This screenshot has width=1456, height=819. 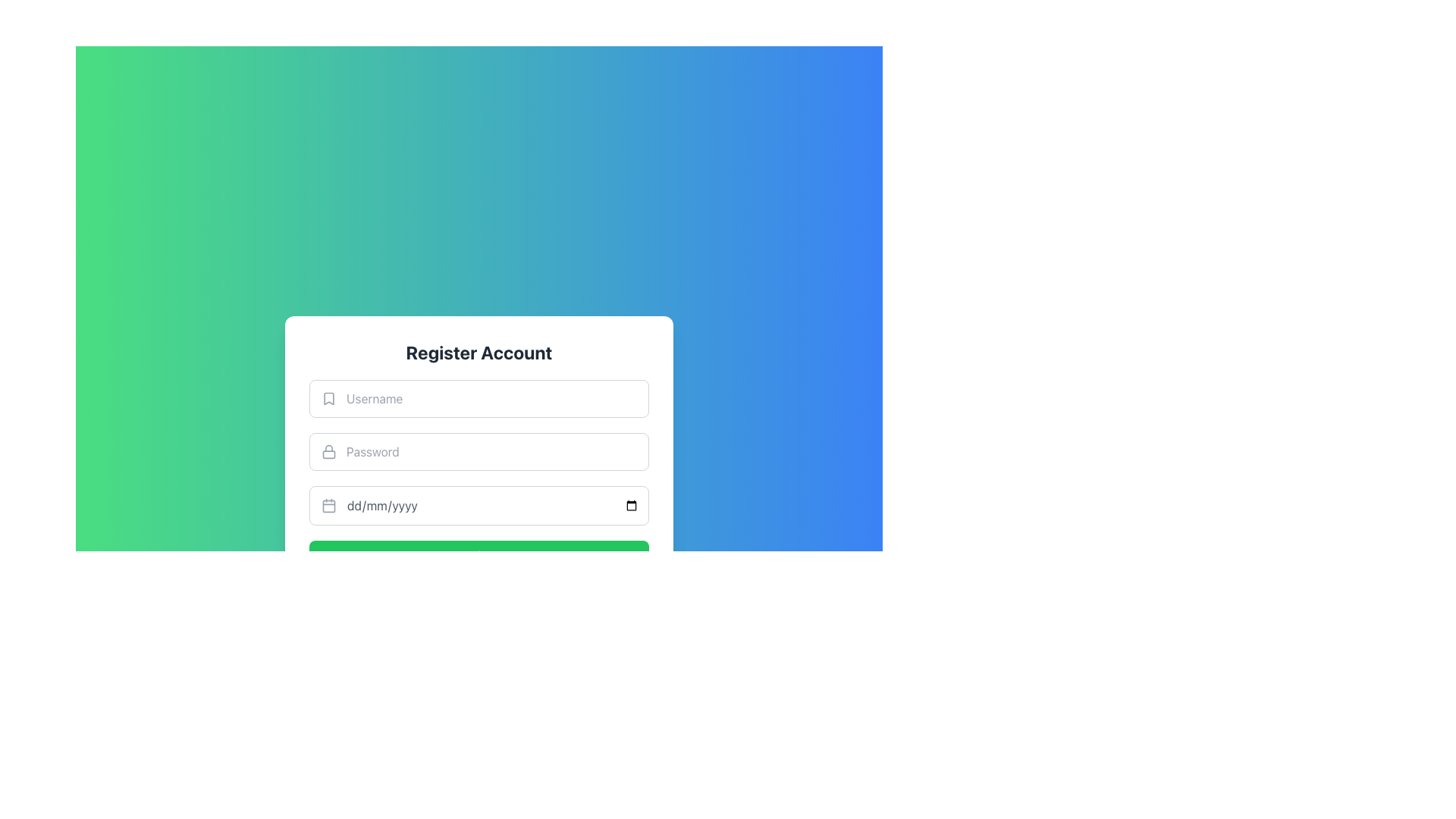 What do you see at coordinates (328, 451) in the screenshot?
I see `the small gray lock icon that indicates a secure or password-related field, located to the left of the password input field` at bounding box center [328, 451].